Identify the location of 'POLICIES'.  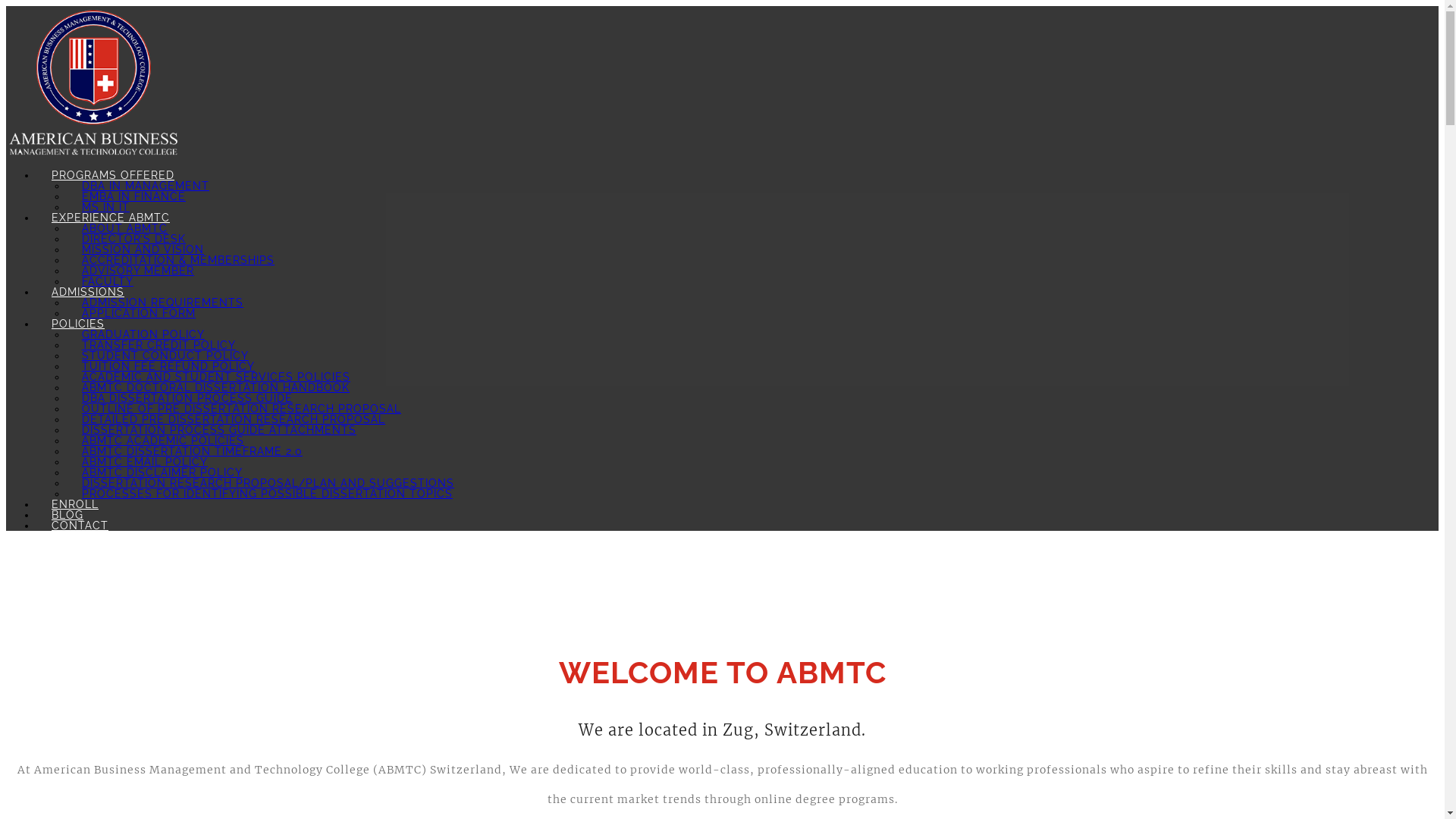
(77, 323).